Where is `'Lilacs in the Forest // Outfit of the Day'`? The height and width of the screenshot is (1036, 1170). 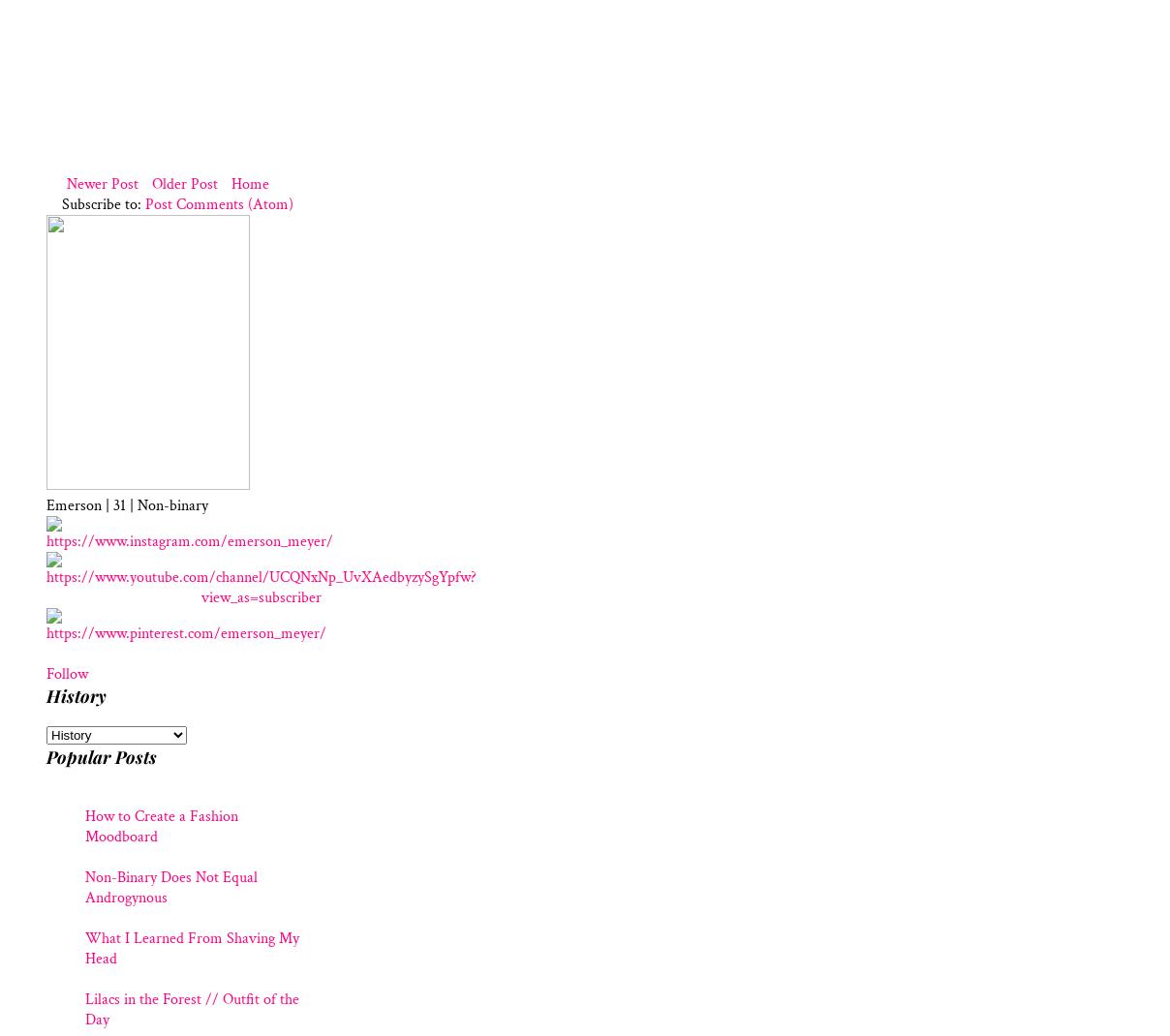
'Lilacs in the Forest // Outfit of the Day' is located at coordinates (192, 1008).